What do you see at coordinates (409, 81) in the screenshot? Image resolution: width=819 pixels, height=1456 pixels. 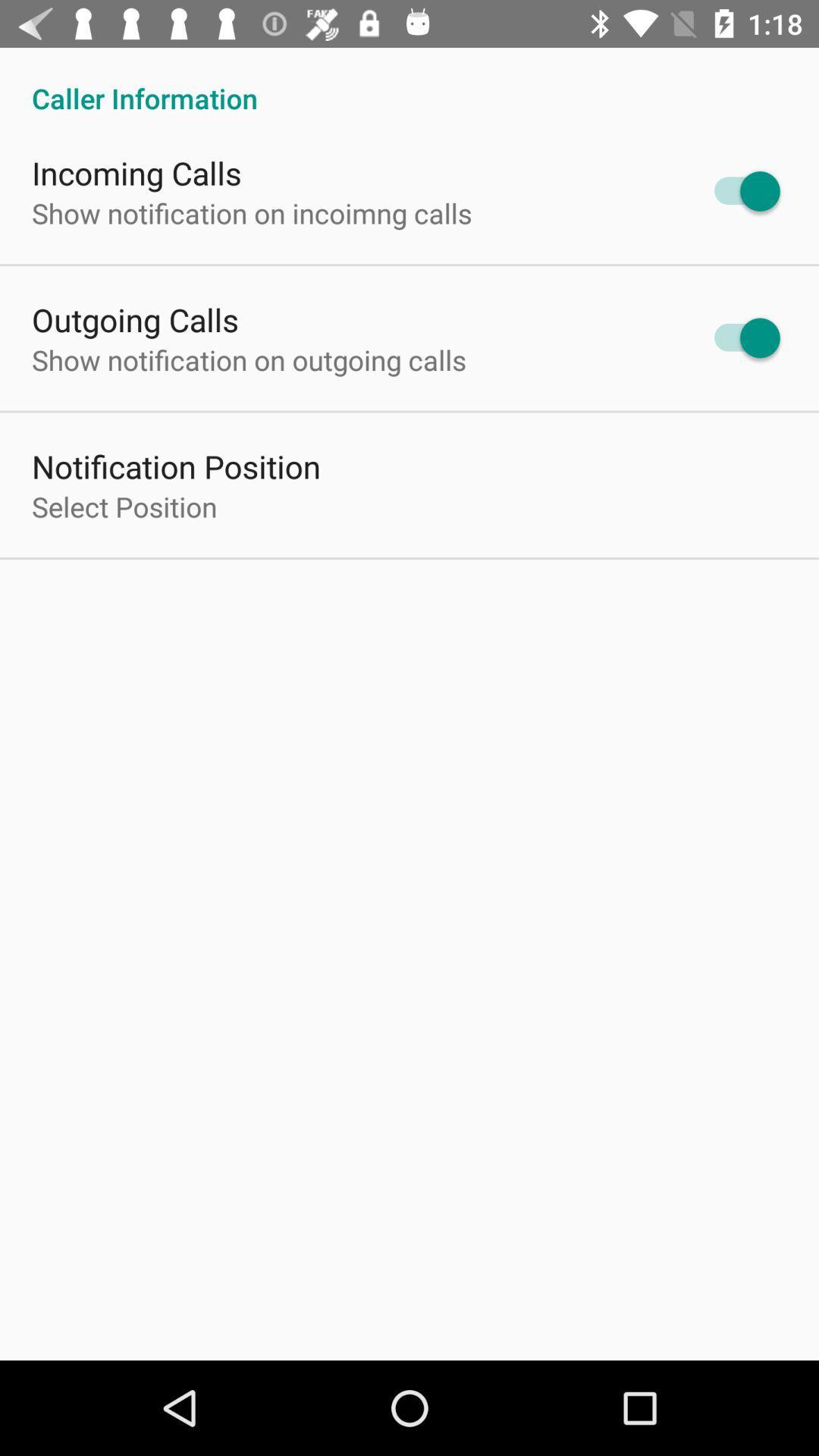 I see `the caller information icon` at bounding box center [409, 81].